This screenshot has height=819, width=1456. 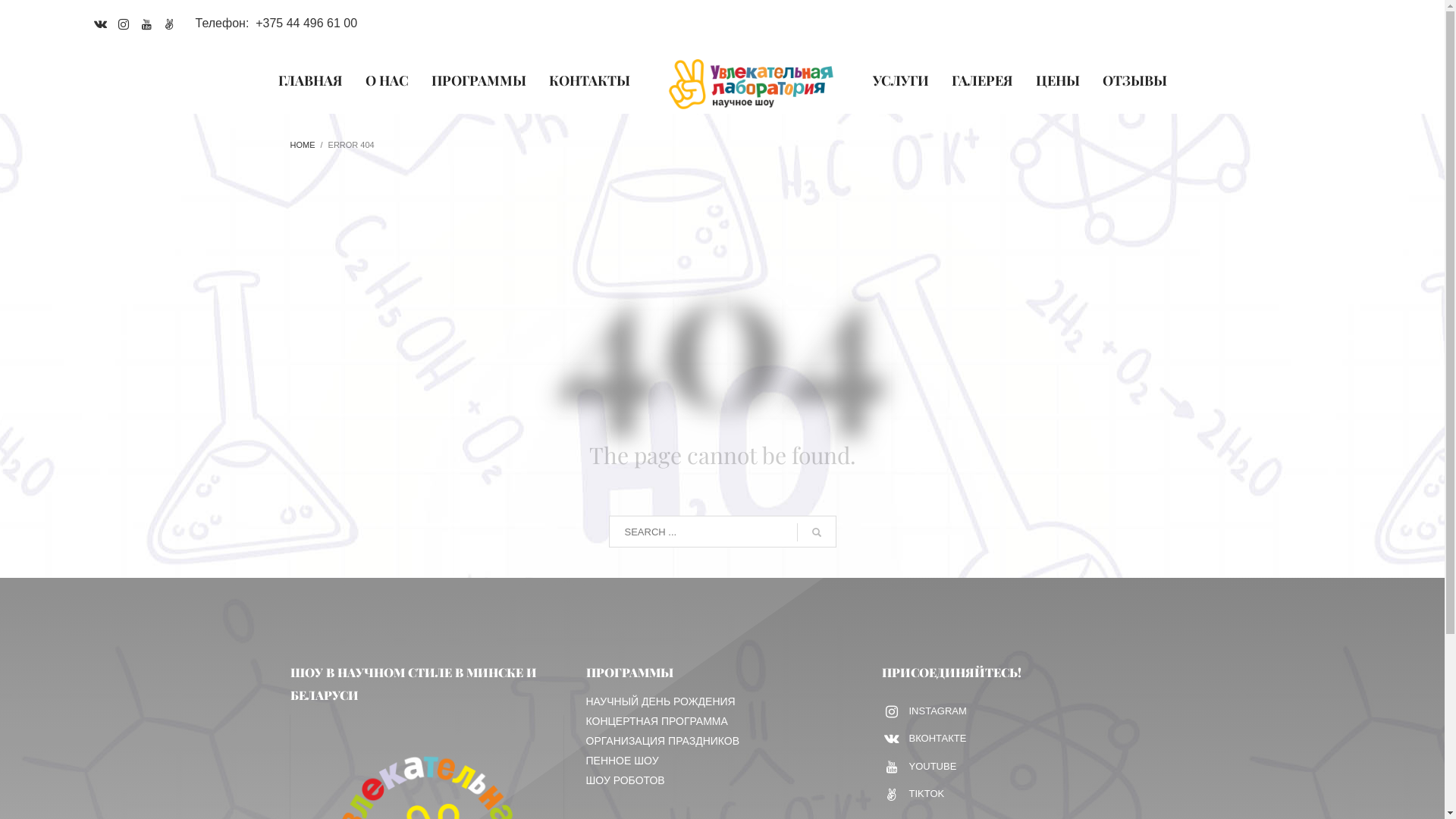 What do you see at coordinates (884, 766) in the screenshot?
I see `'YOUTUBE'` at bounding box center [884, 766].